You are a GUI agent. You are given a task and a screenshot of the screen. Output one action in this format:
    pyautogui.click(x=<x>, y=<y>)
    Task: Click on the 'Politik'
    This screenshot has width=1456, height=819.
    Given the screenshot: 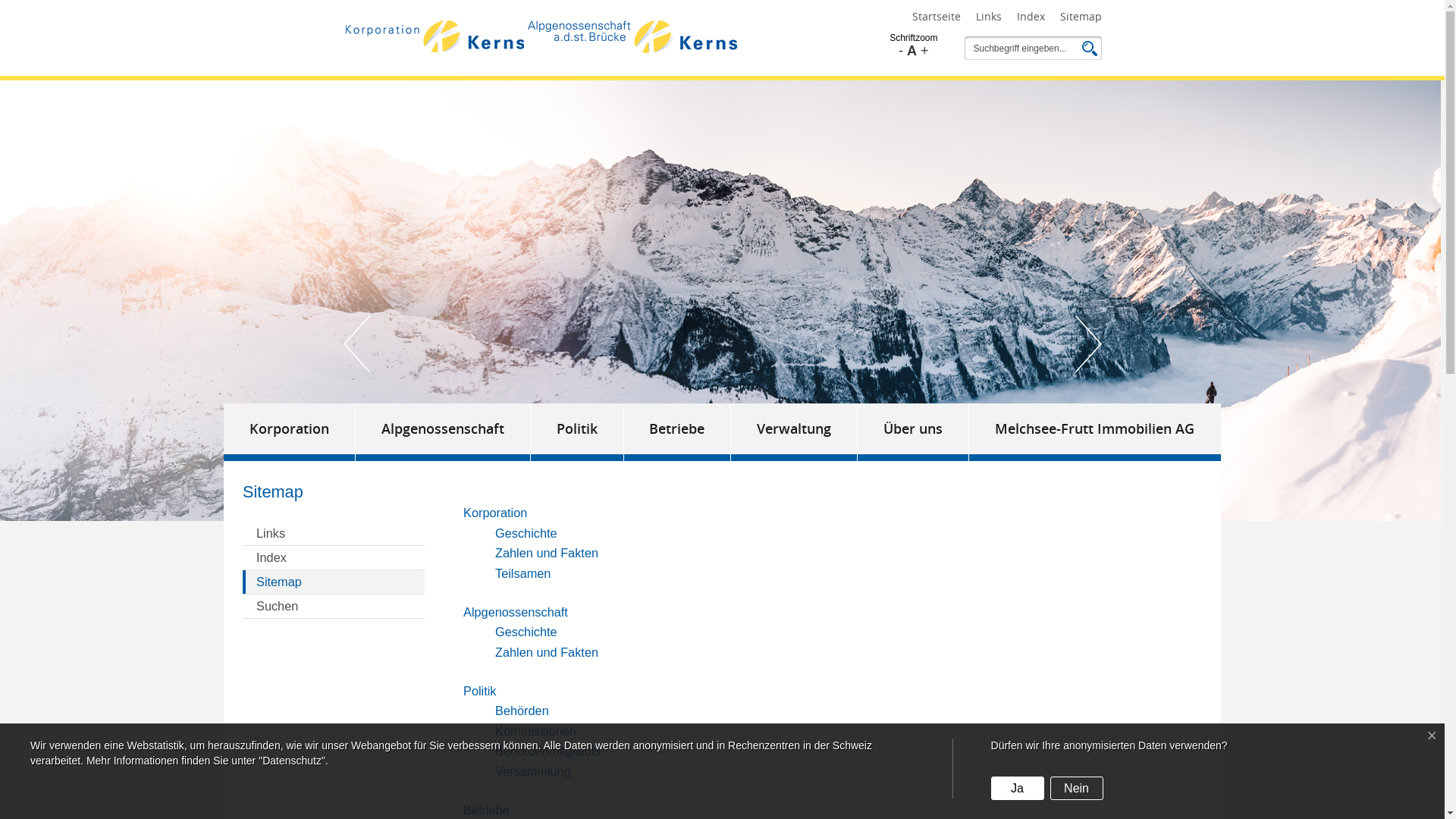 What is the action you would take?
    pyautogui.click(x=479, y=690)
    